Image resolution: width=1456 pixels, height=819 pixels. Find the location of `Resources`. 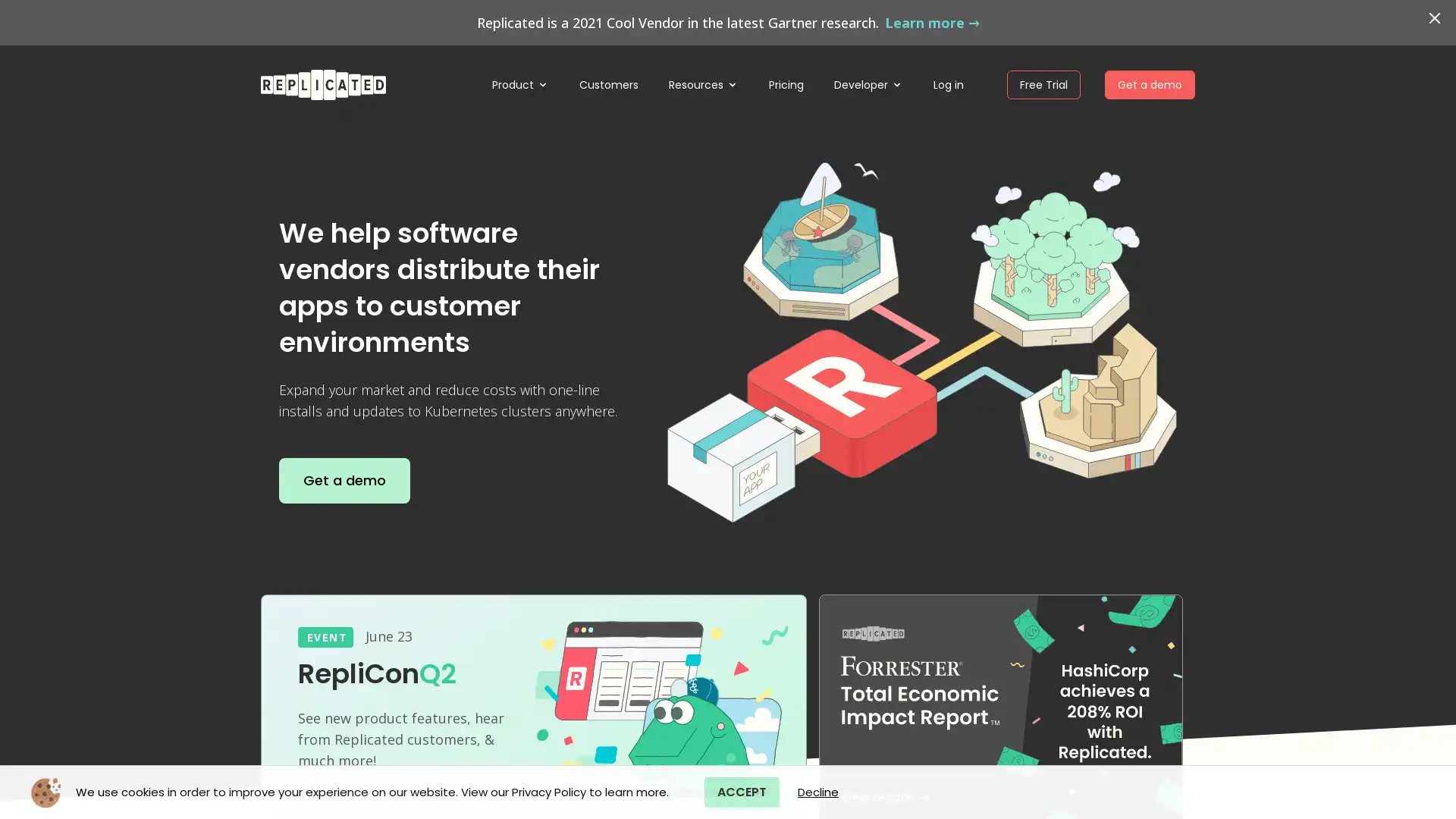

Resources is located at coordinates (702, 84).